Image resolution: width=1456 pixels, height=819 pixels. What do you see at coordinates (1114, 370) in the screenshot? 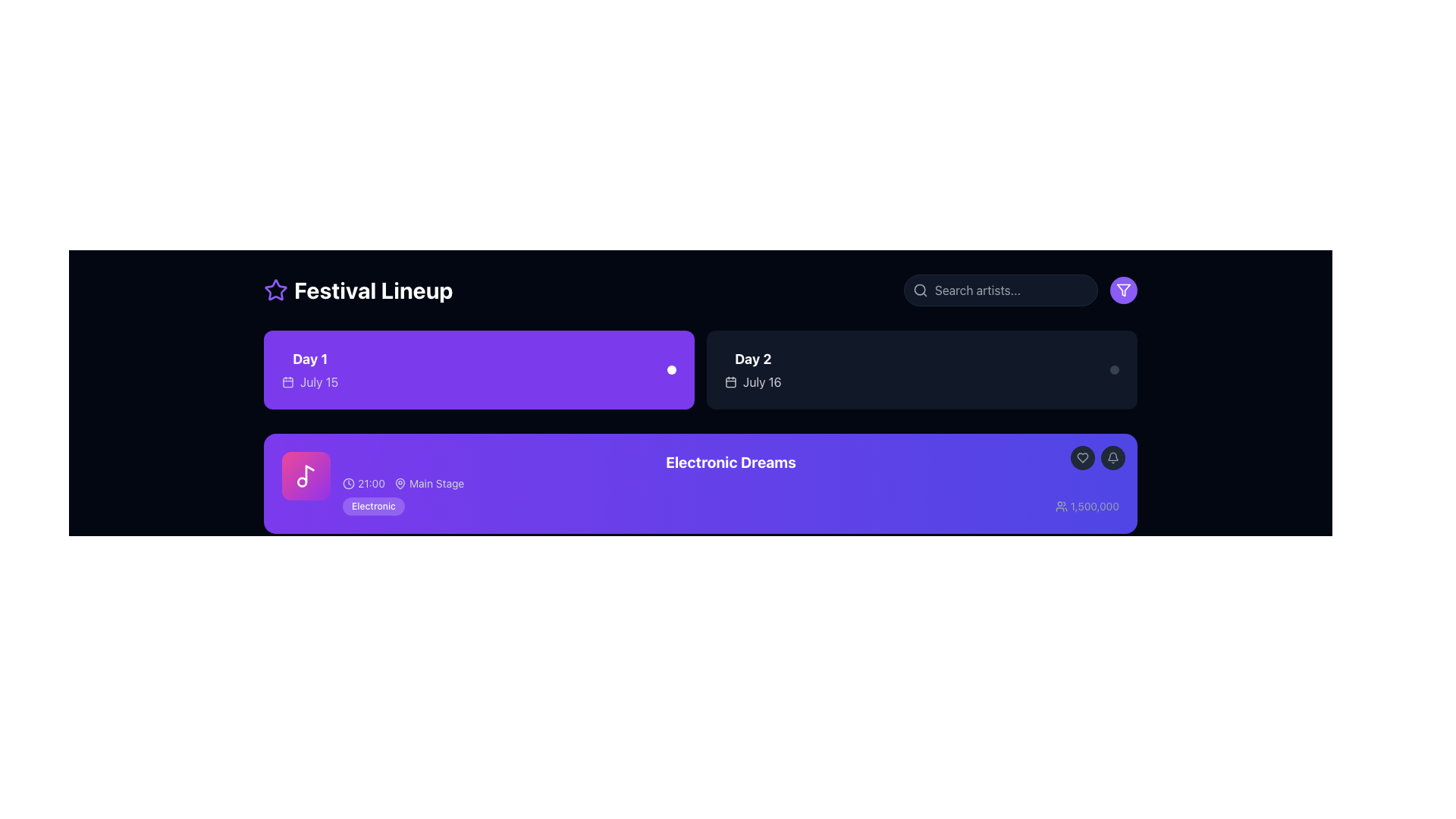
I see `the small gray filled circle indicator located on the far-right side of the 'Day 2 - July 16' section` at bounding box center [1114, 370].